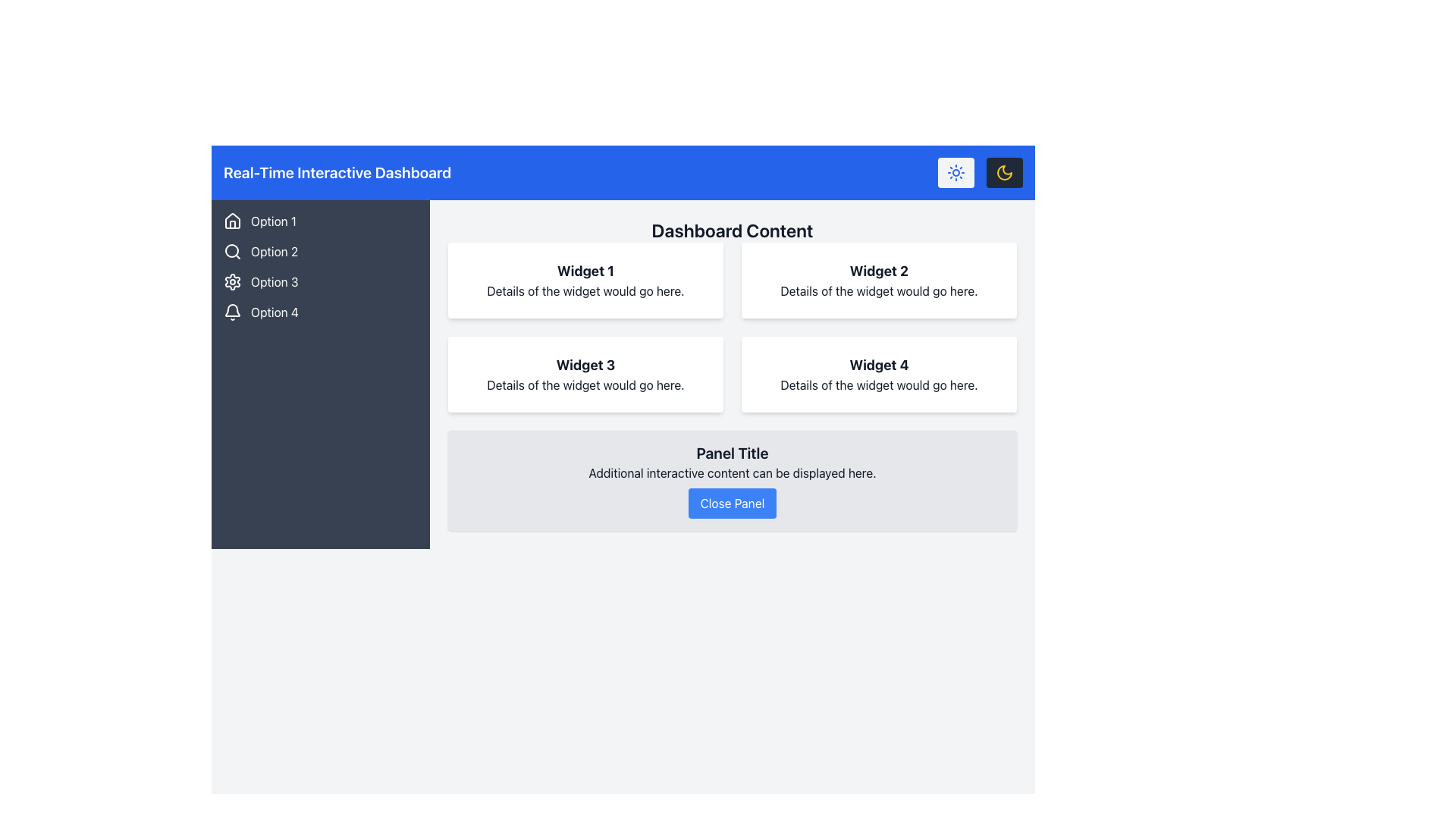  Describe the element at coordinates (585, 291) in the screenshot. I see `the text block providing descriptive details associated with 'Widget 1' located in the Dashboard Content section` at that location.